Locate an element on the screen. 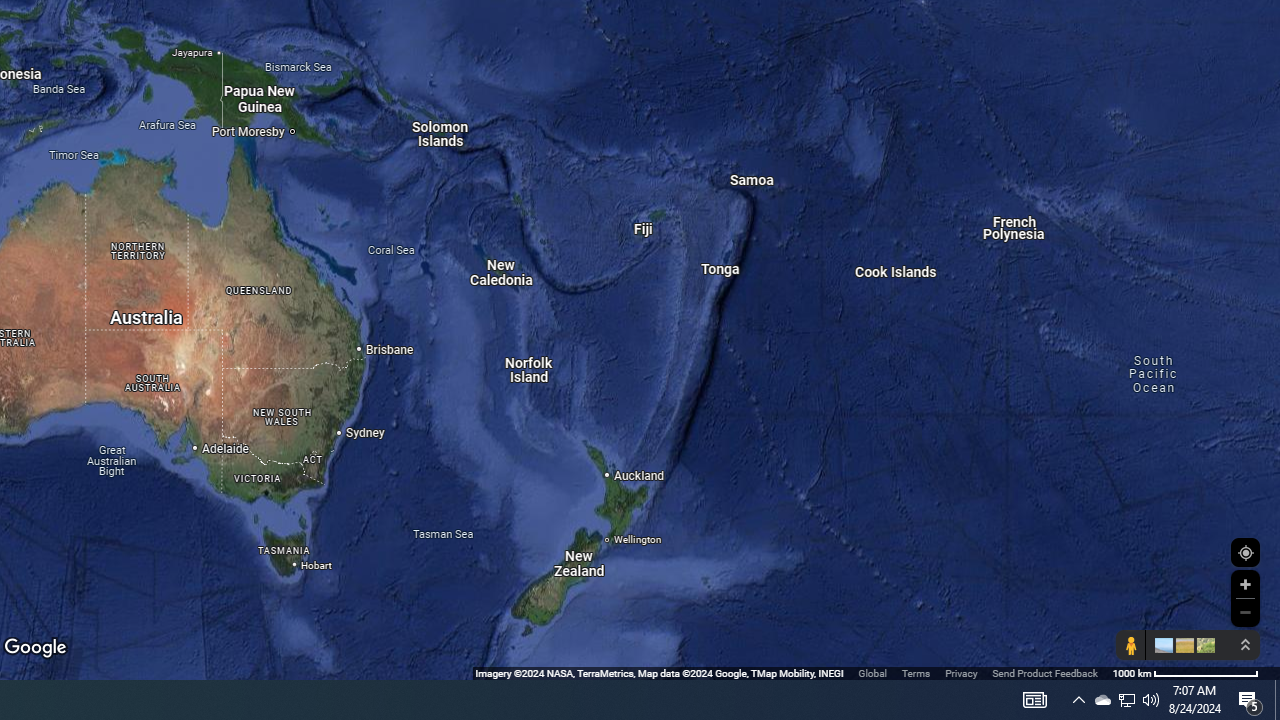  'Show Your Location' is located at coordinates (1244, 552).